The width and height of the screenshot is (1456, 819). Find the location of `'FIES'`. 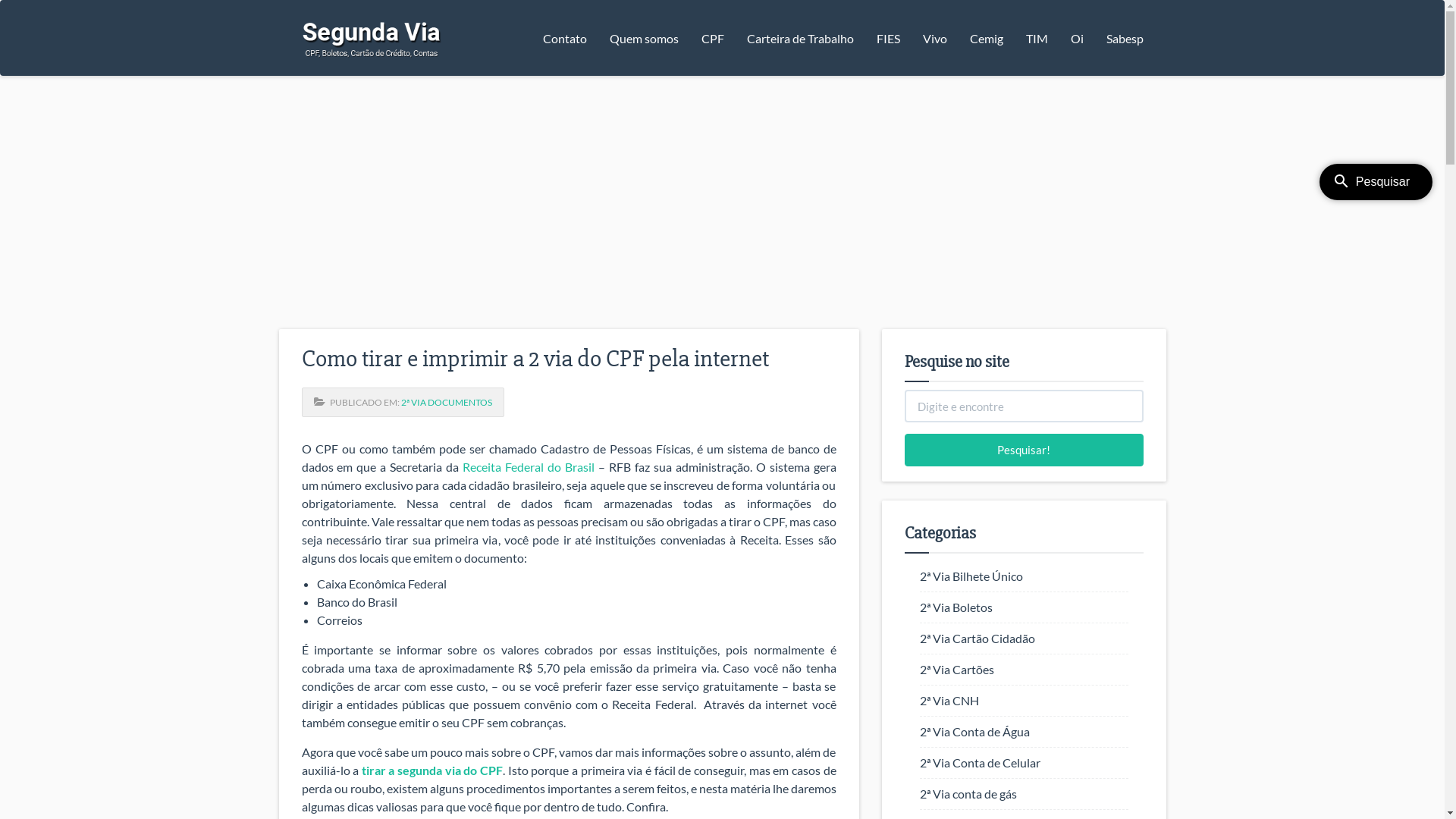

'FIES' is located at coordinates (887, 37).